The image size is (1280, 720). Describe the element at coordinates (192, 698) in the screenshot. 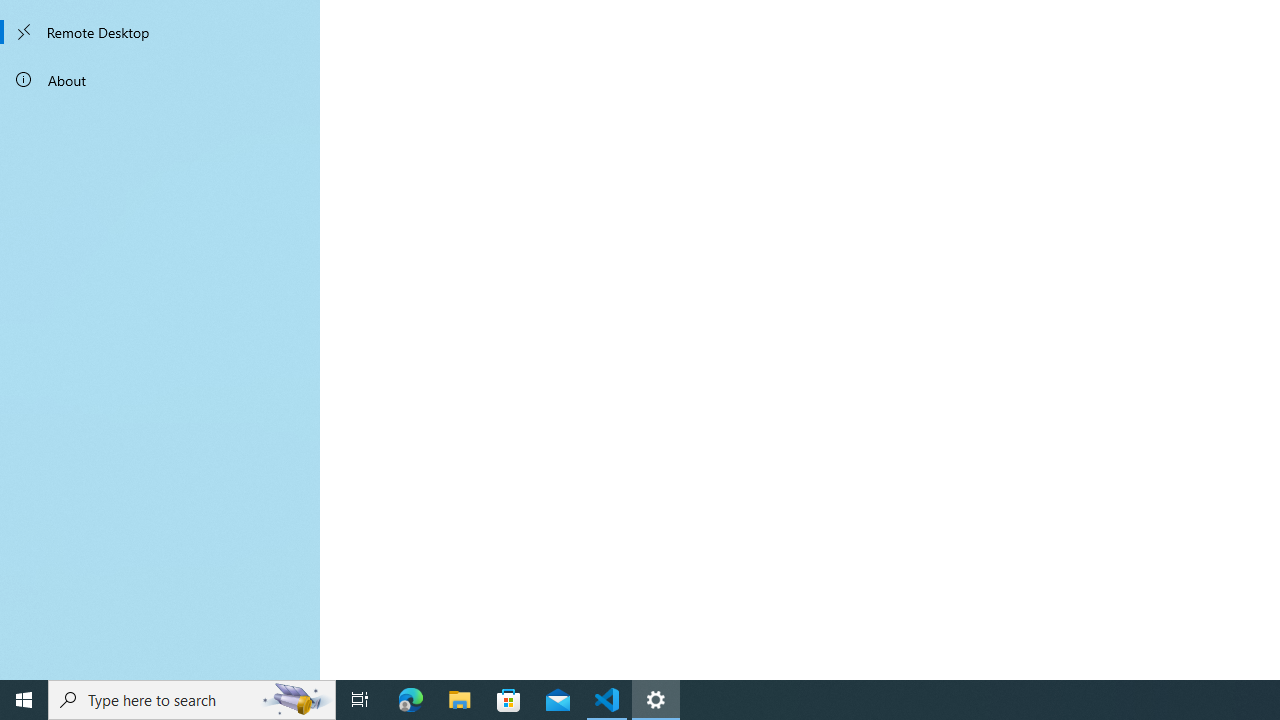

I see `'Type here to search'` at that location.